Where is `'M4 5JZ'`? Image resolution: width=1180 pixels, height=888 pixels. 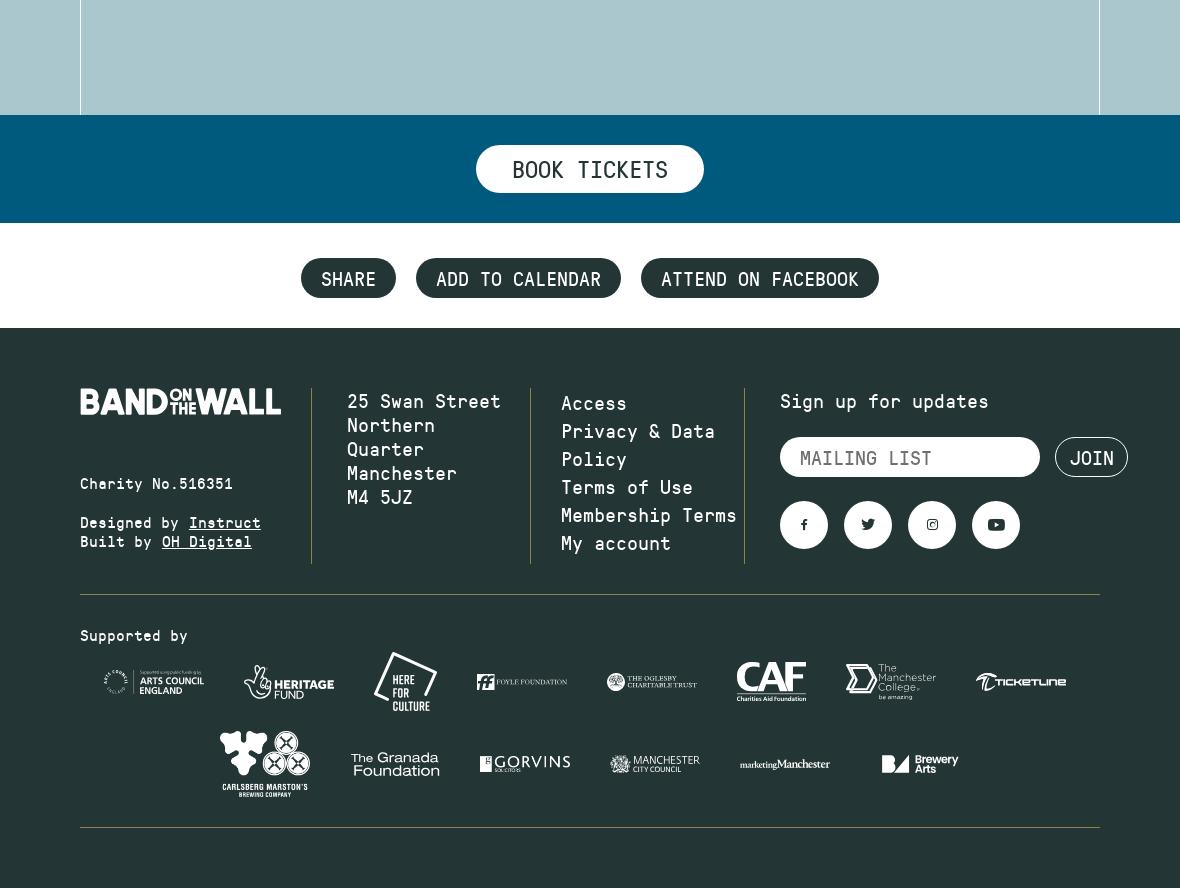
'M4 5JZ' is located at coordinates (378, 496).